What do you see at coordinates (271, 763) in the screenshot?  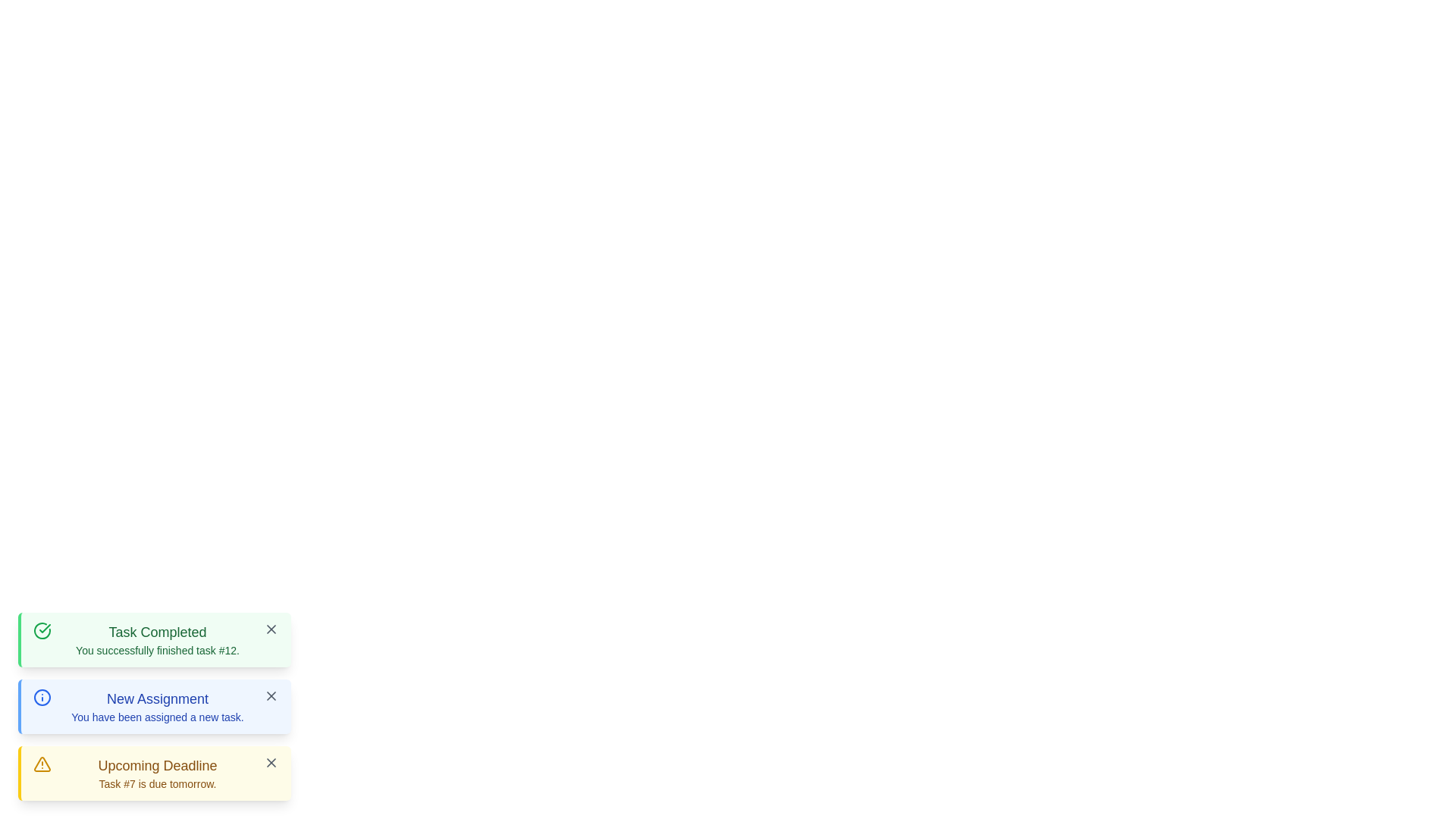 I see `the small square button with a dark gray 'X' icon in the top-right corner of the 'Upcoming Deadline' notification box` at bounding box center [271, 763].